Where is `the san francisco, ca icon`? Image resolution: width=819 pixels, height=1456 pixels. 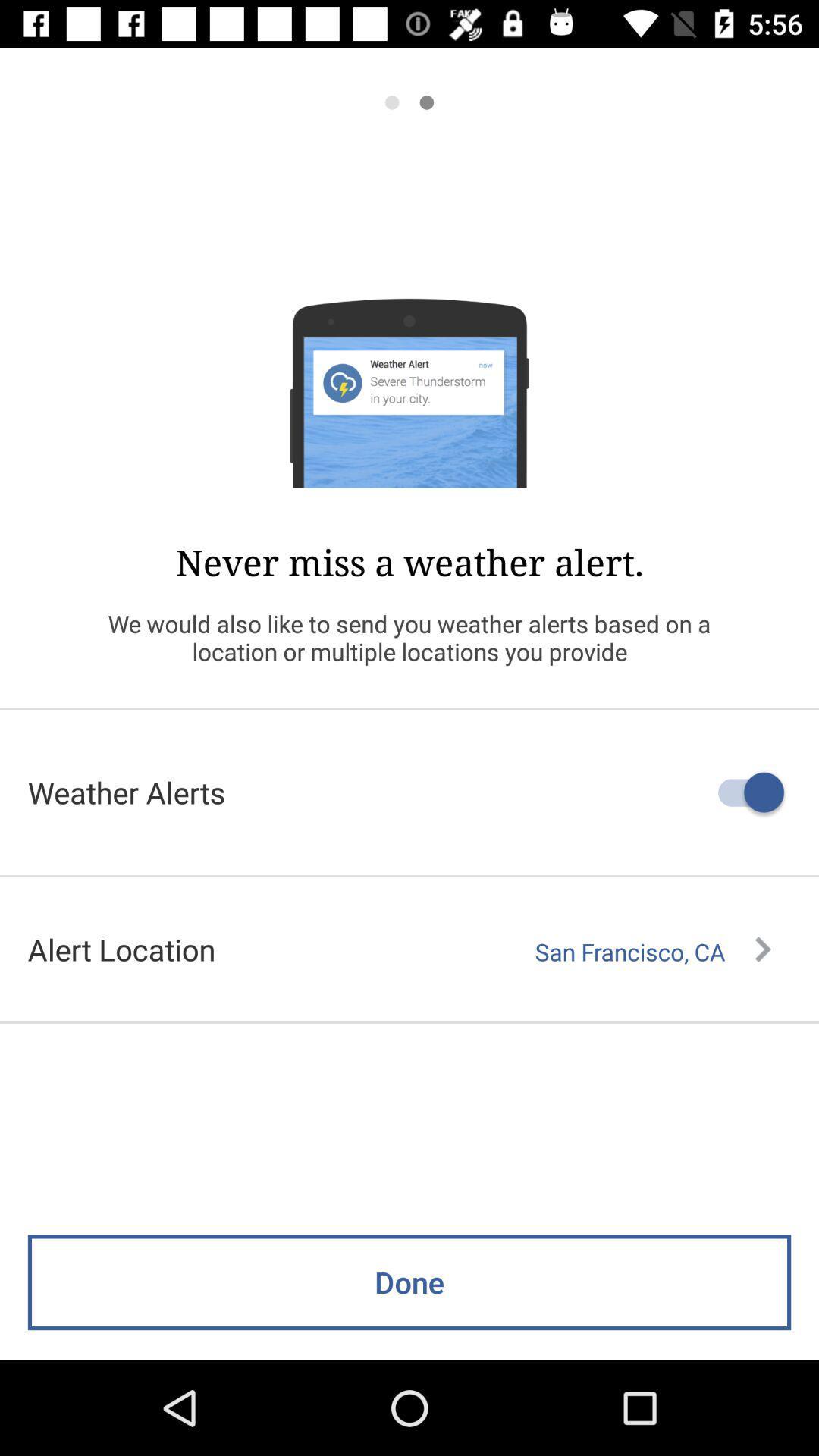
the san francisco, ca icon is located at coordinates (652, 951).